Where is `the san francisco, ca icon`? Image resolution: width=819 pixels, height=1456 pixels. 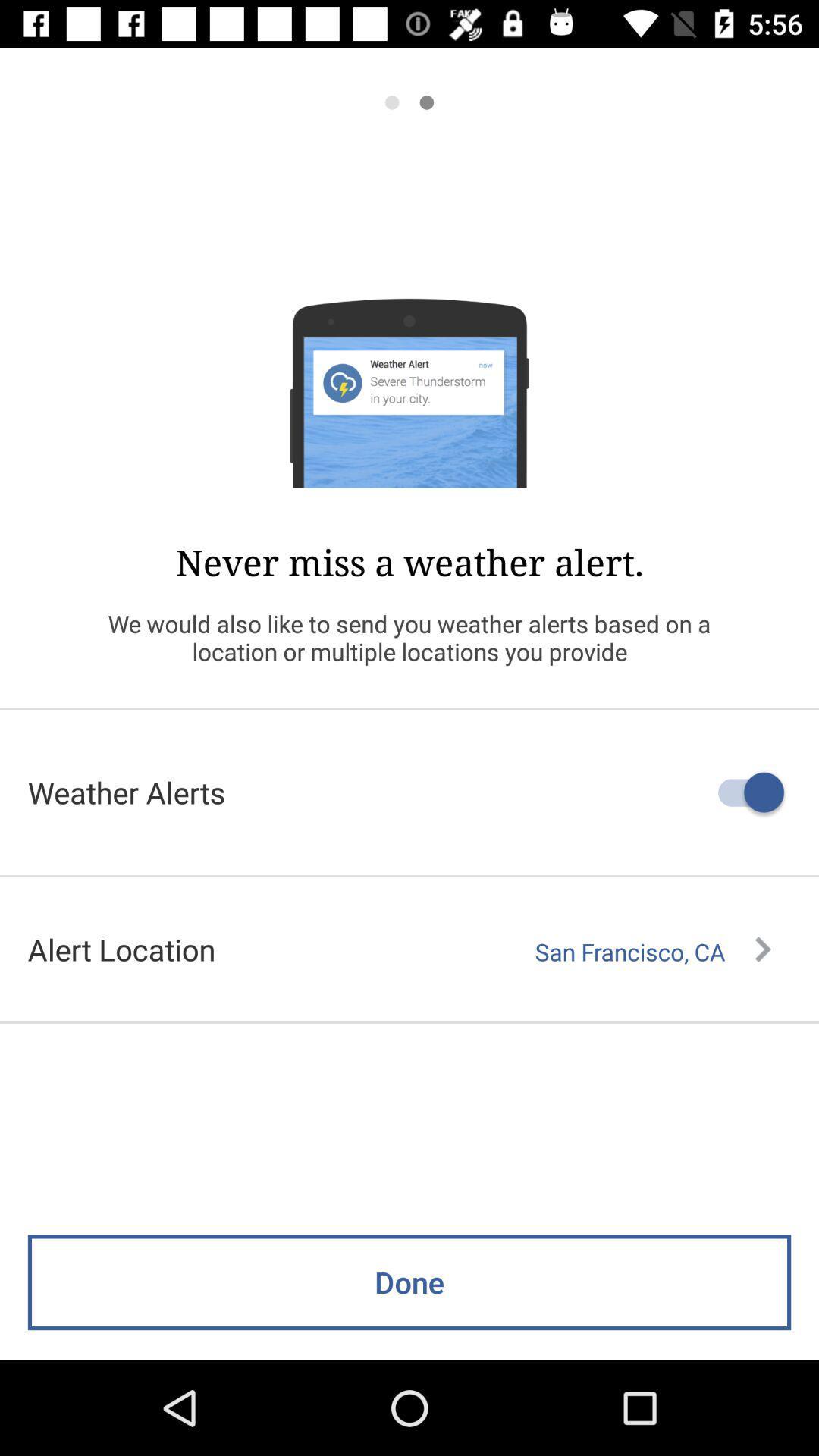
the san francisco, ca icon is located at coordinates (652, 951).